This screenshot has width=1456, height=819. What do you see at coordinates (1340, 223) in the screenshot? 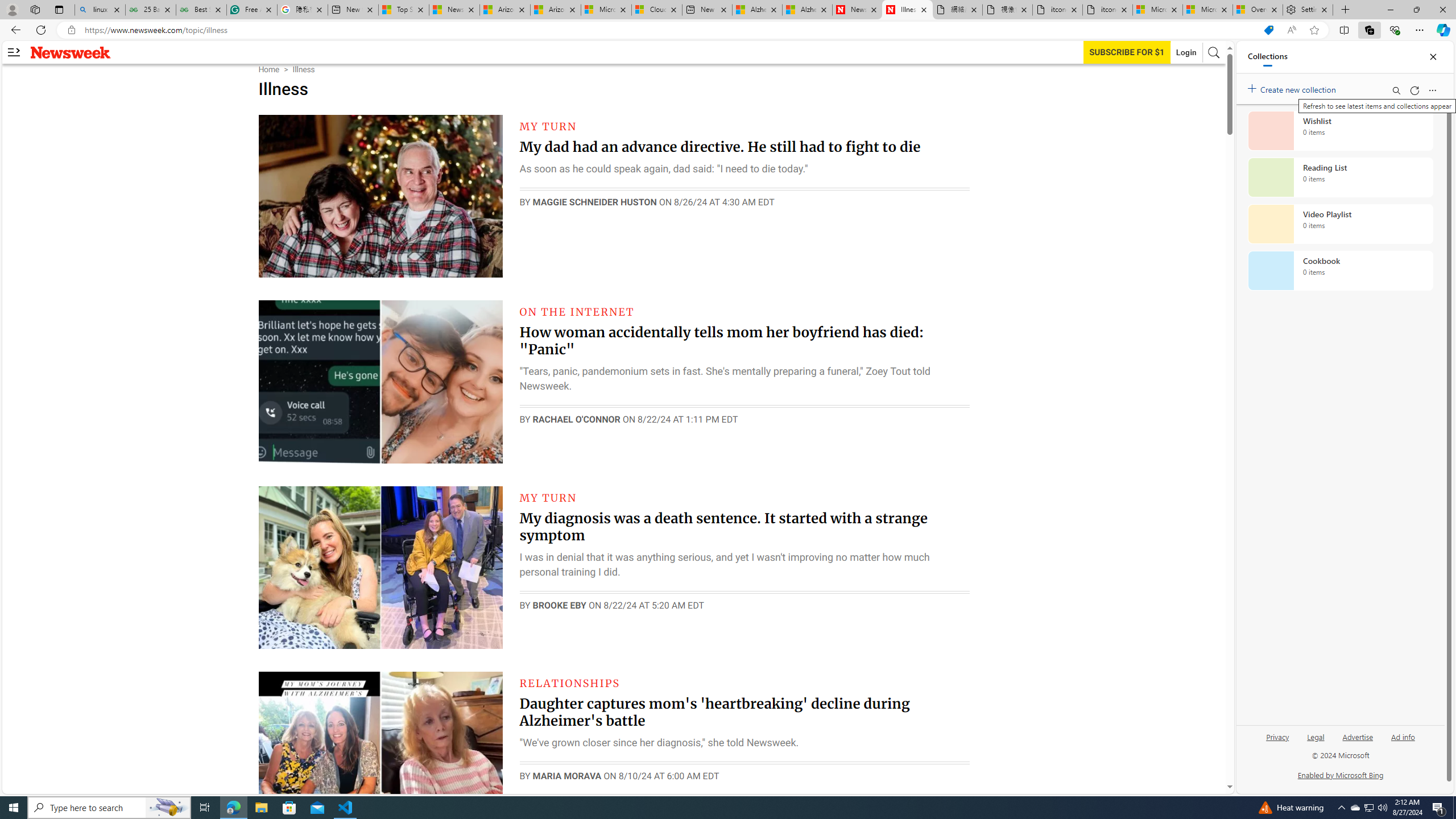
I see `'Video Playlist collection, 0 items'` at bounding box center [1340, 223].